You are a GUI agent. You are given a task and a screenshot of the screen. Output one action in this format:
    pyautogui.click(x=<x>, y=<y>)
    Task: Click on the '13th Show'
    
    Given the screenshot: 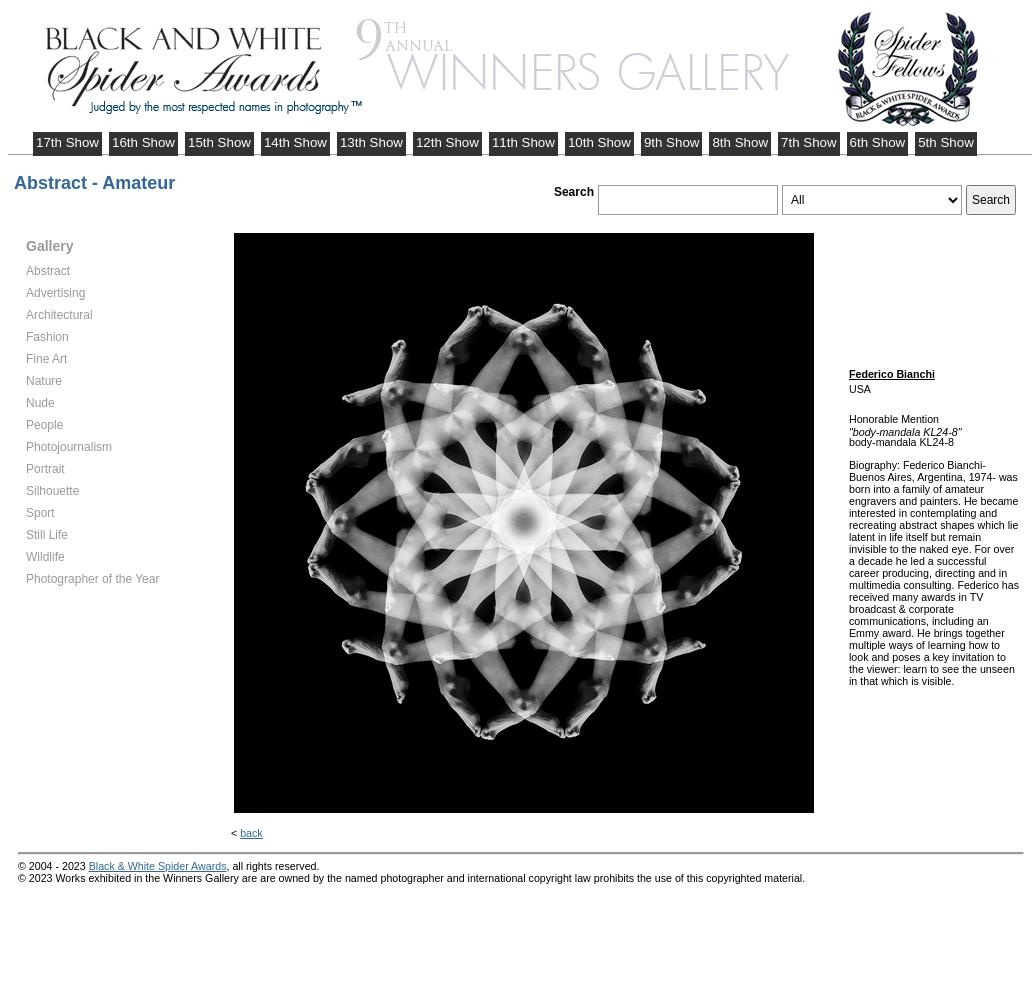 What is the action you would take?
    pyautogui.click(x=370, y=142)
    